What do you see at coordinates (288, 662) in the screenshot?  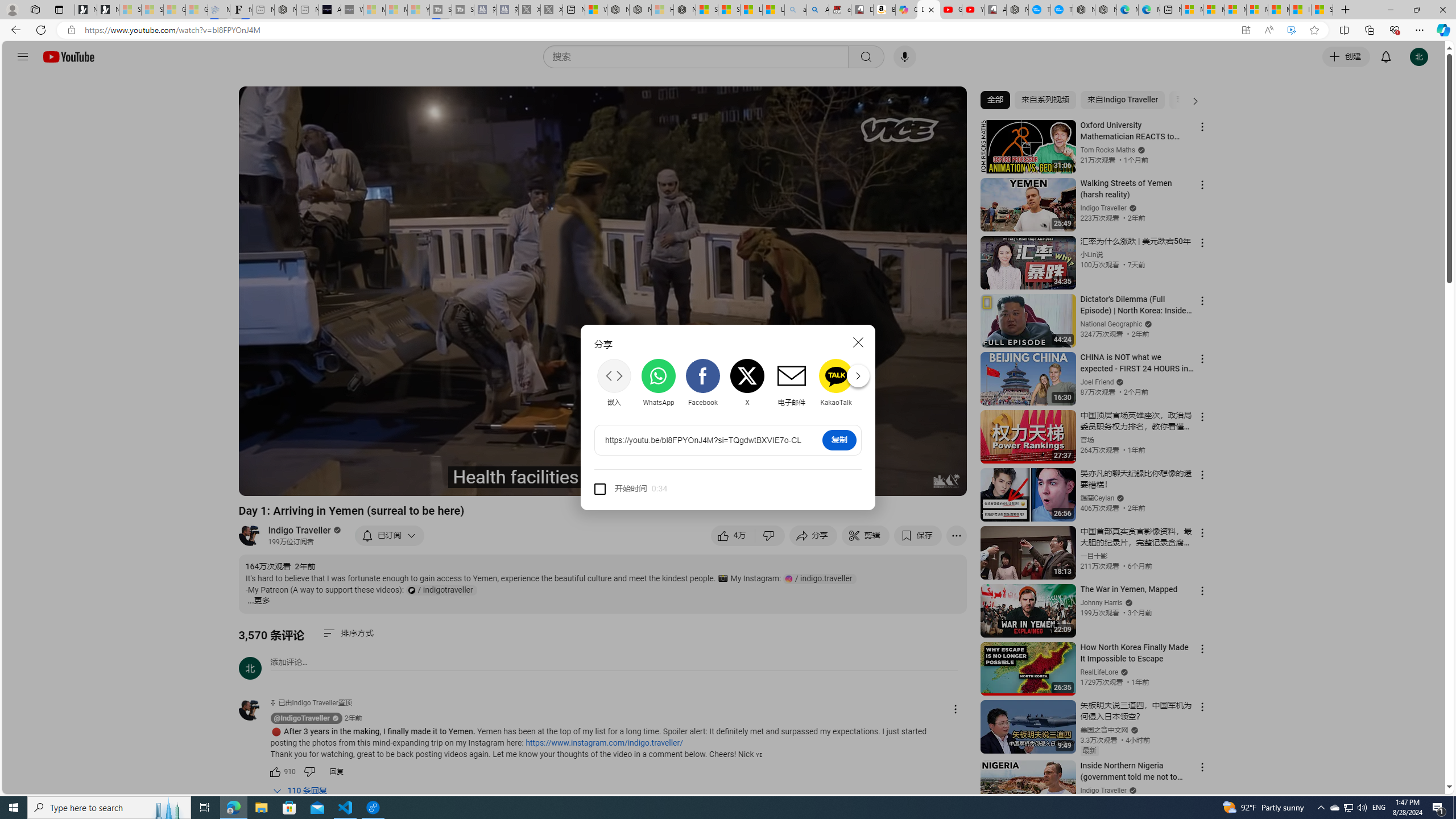 I see `'AutomationID: simplebox-placeholder'` at bounding box center [288, 662].